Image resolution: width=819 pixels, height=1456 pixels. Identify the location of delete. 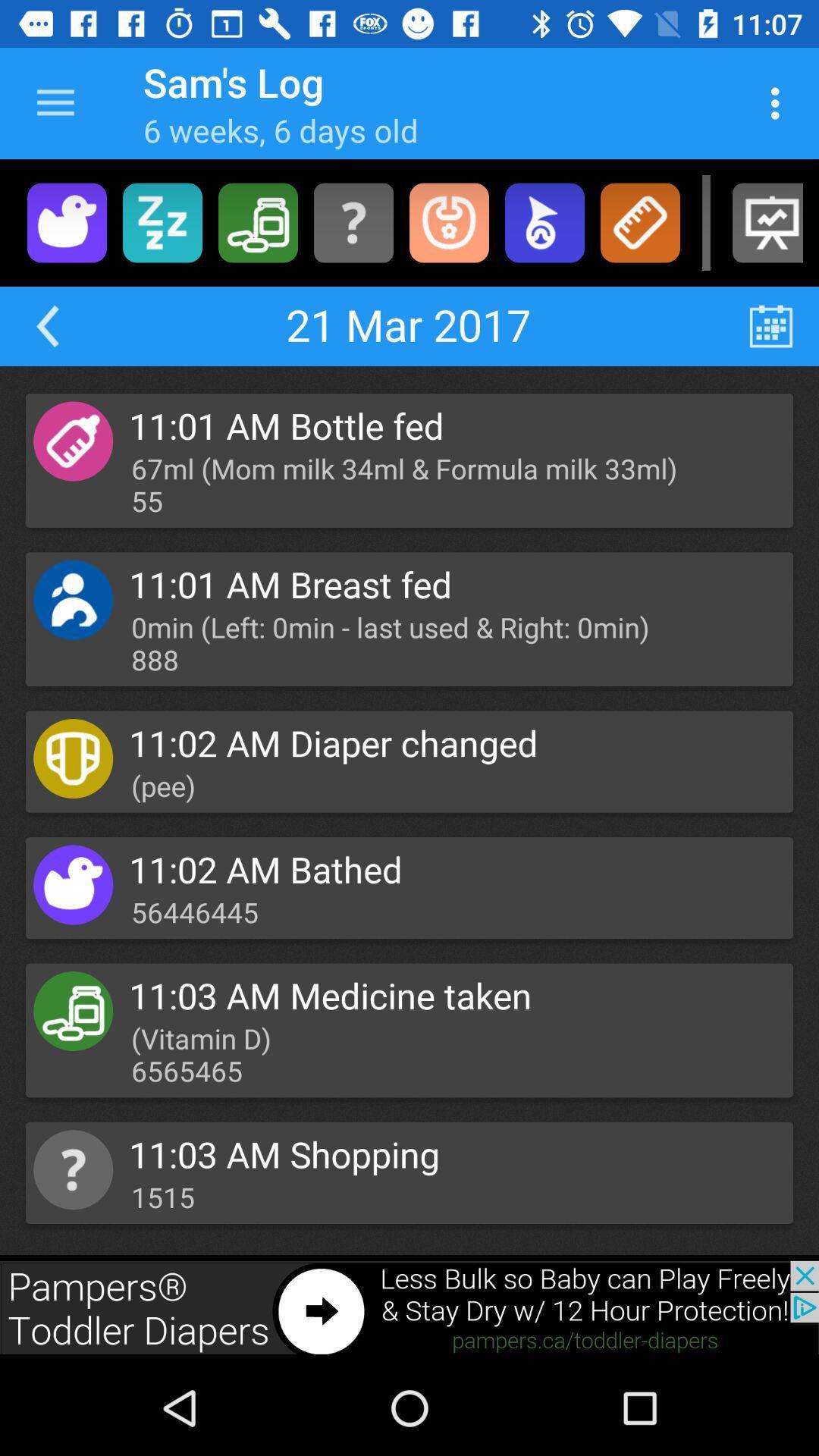
(257, 221).